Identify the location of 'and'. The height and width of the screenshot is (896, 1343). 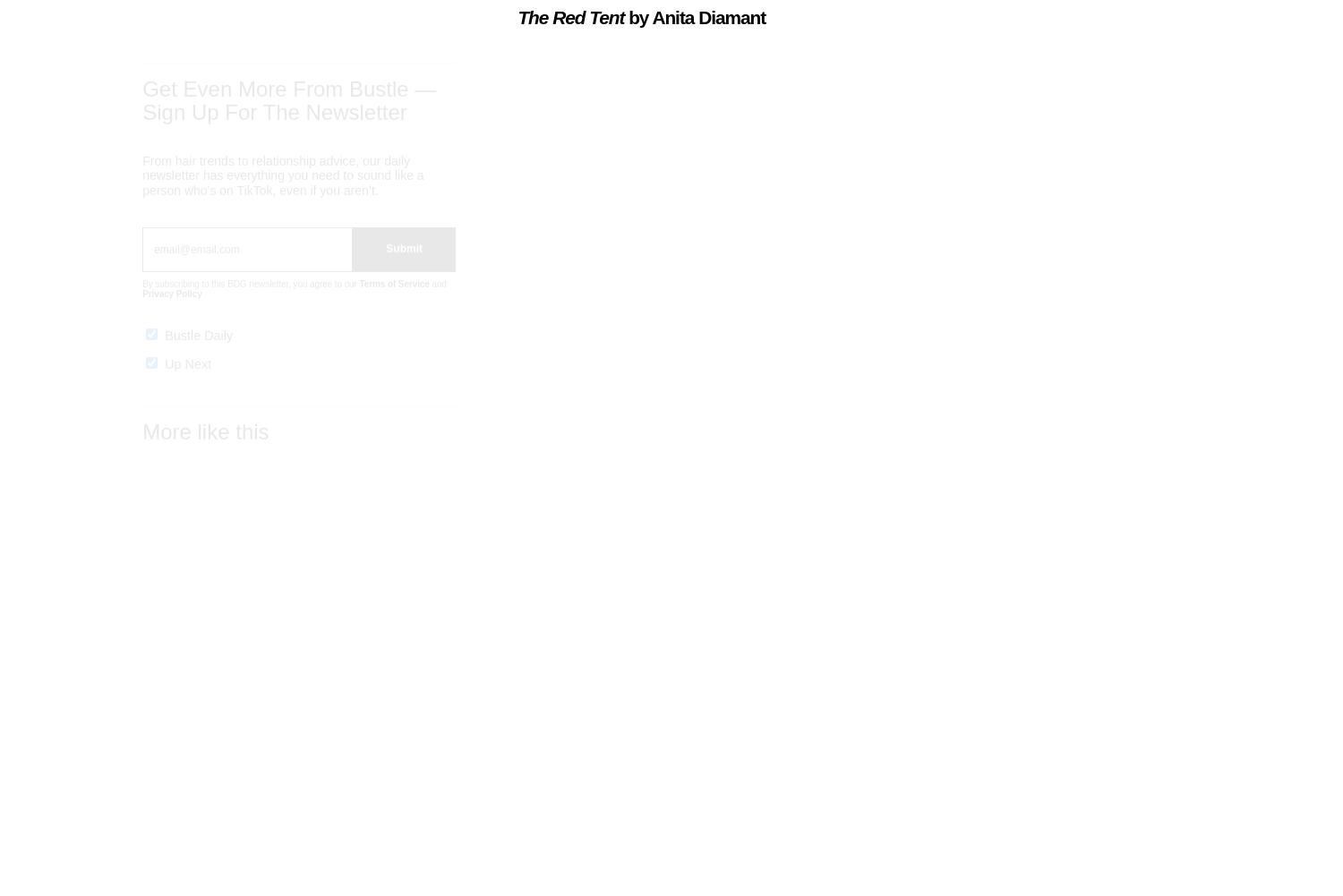
(436, 299).